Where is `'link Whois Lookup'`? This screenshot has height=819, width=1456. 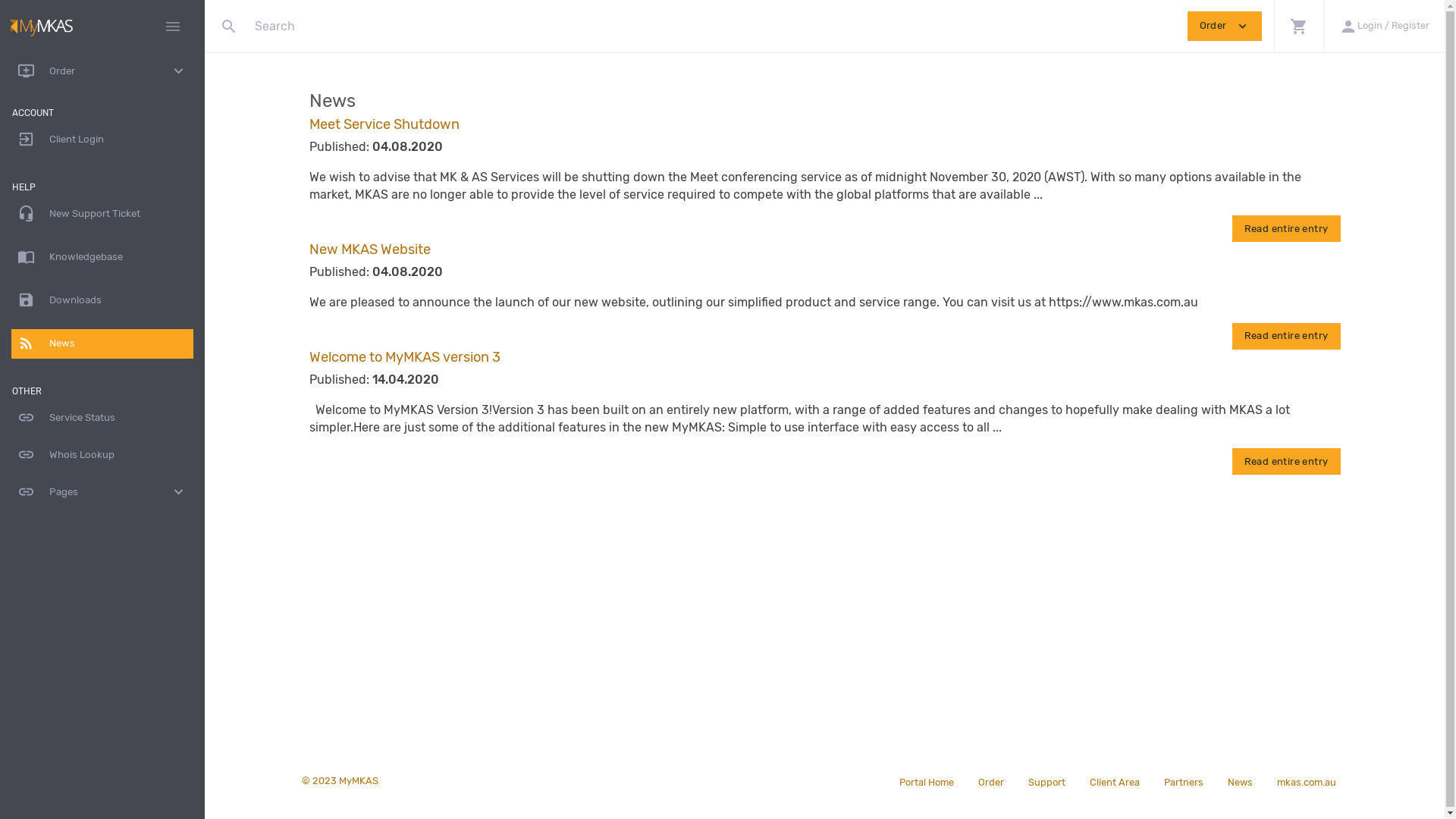
'link Whois Lookup' is located at coordinates (101, 454).